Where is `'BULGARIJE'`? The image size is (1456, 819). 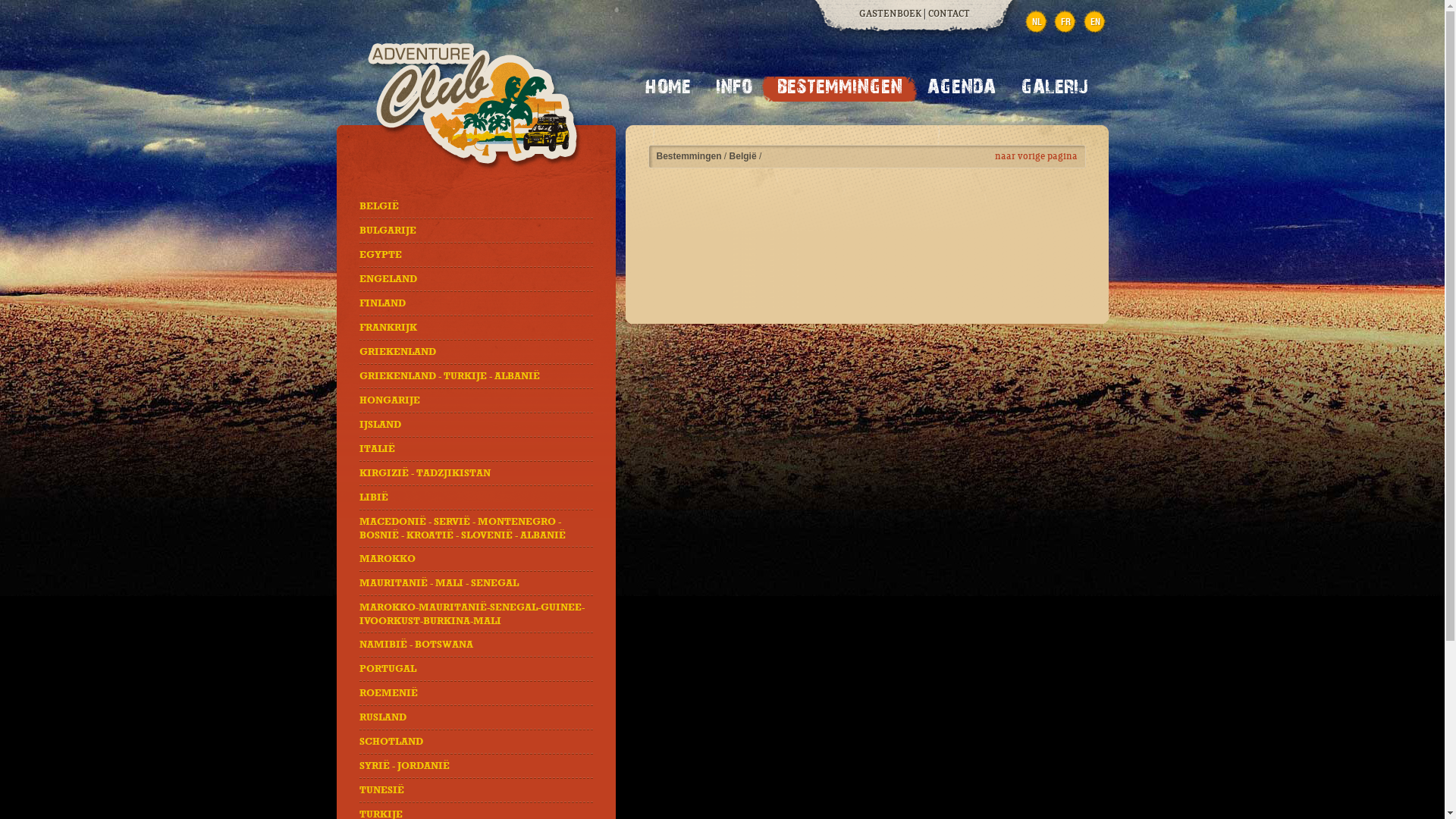
'BULGARIJE' is located at coordinates (388, 231).